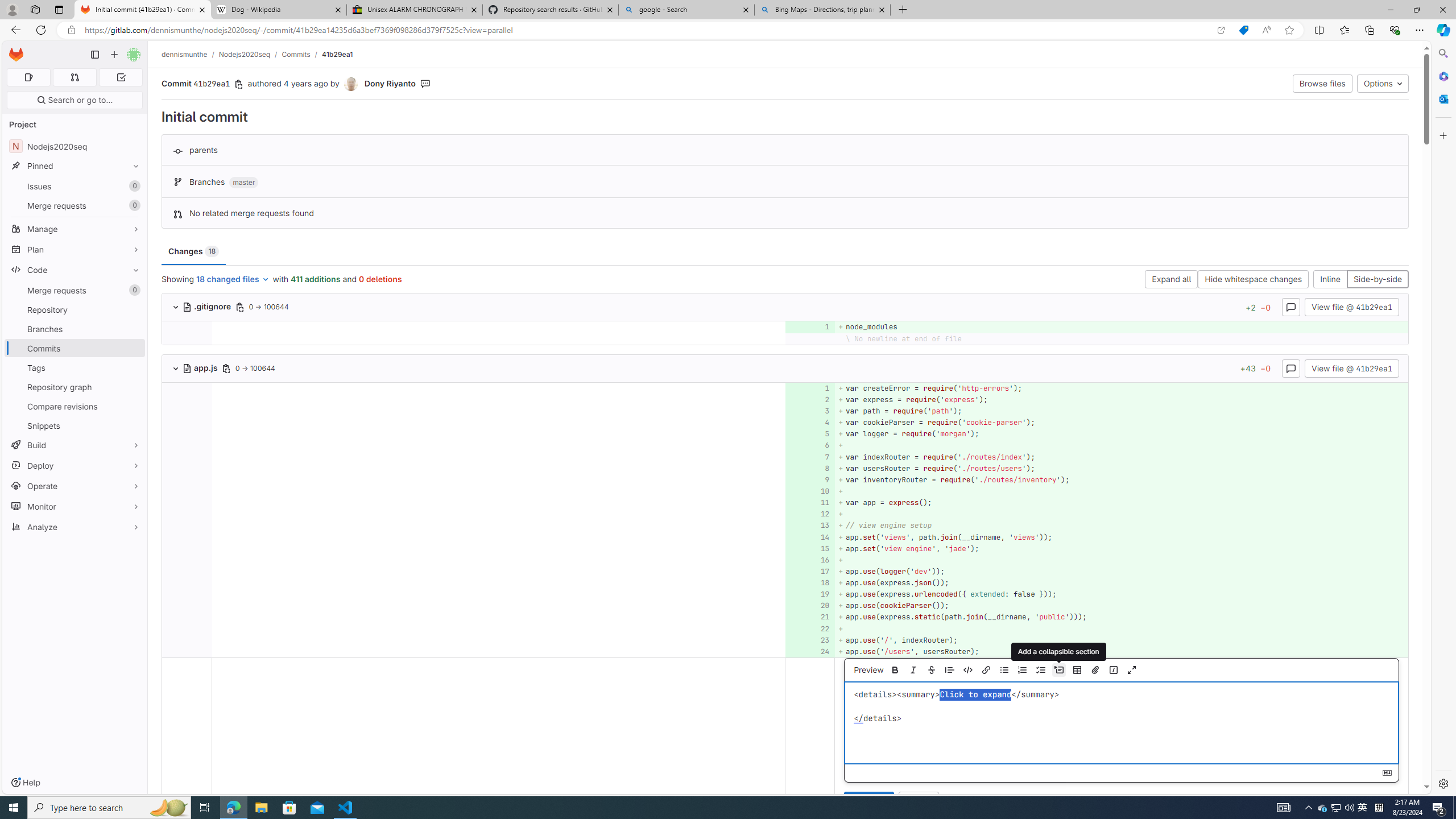  What do you see at coordinates (809, 422) in the screenshot?
I see `'Add a comment to this line 4'` at bounding box center [809, 422].